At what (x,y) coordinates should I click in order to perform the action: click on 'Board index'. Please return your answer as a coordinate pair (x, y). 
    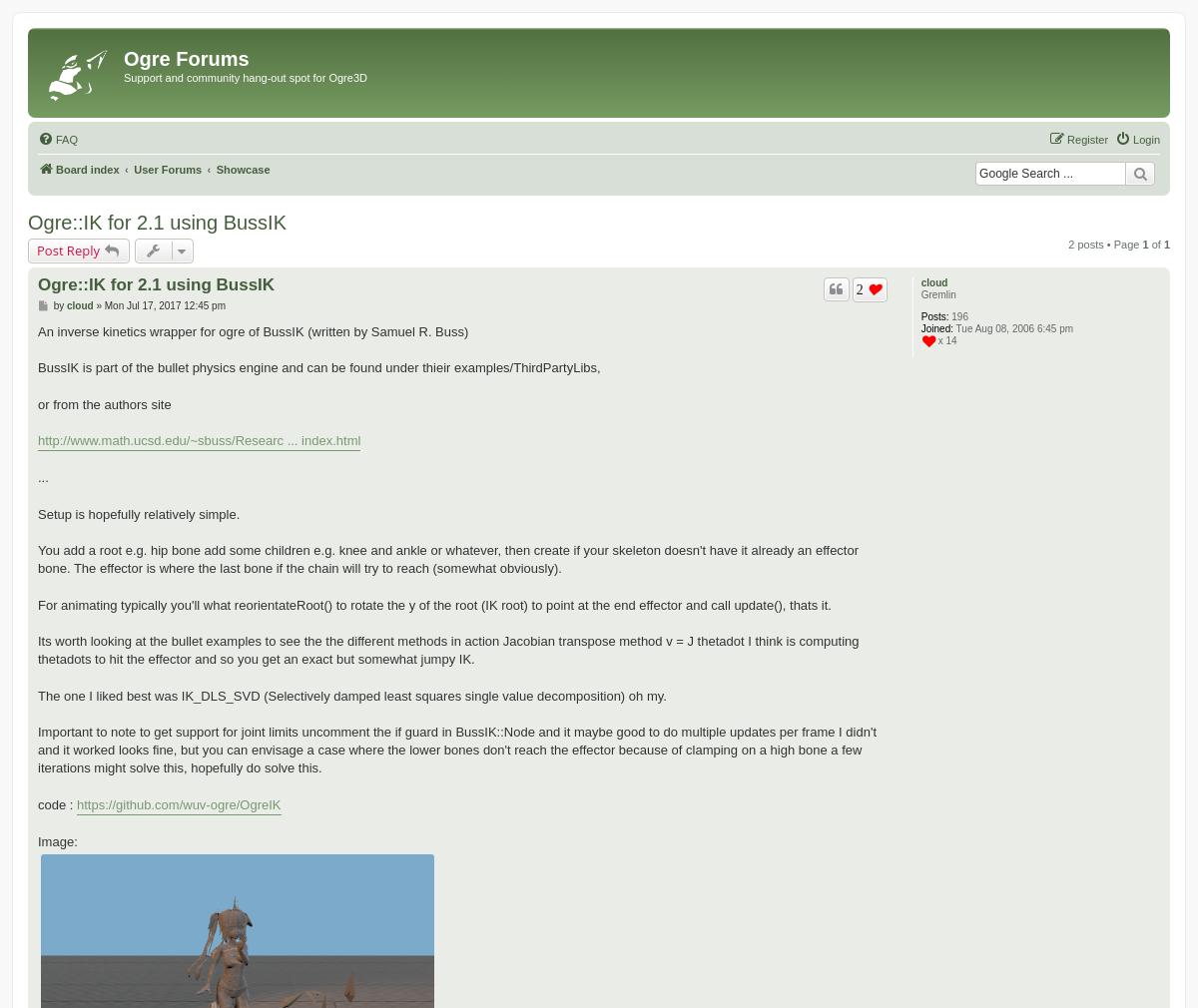
    Looking at the image, I should click on (87, 168).